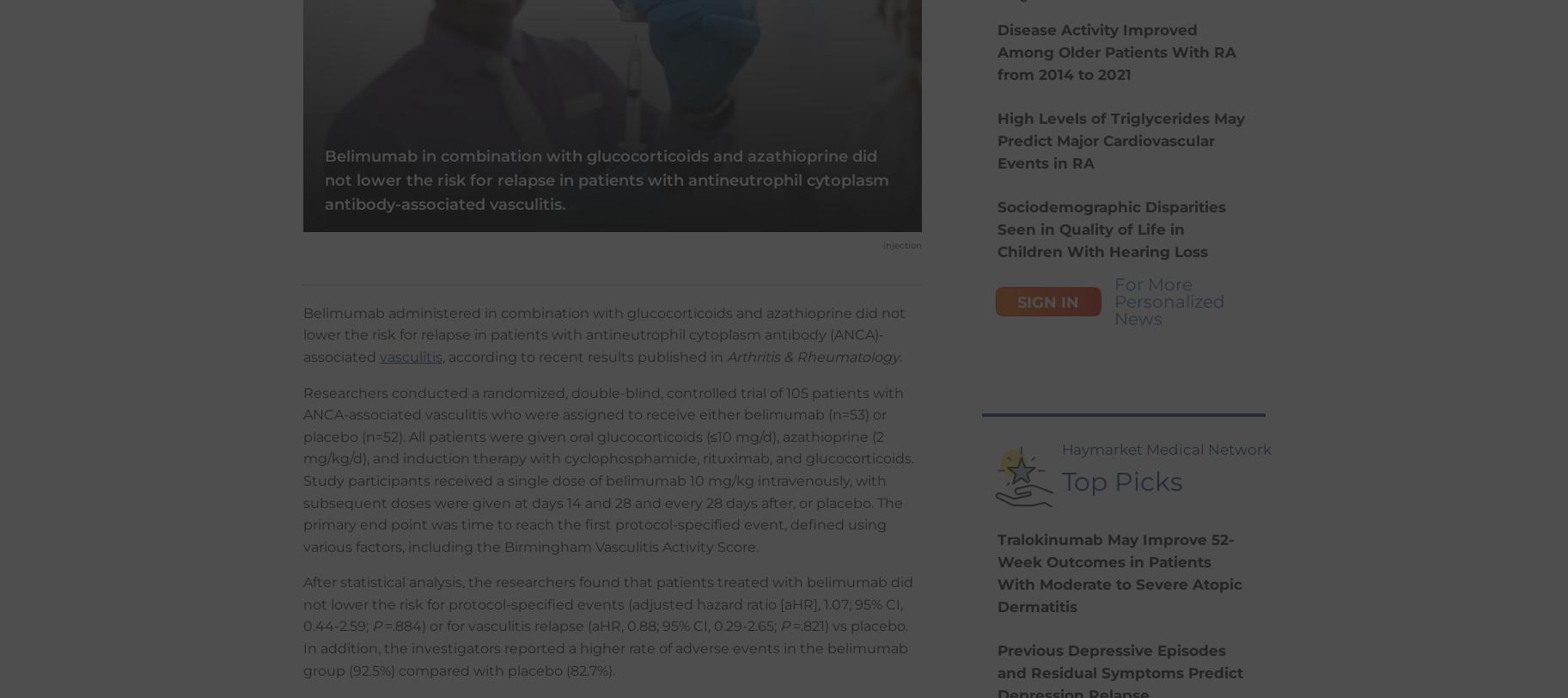 Image resolution: width=1568 pixels, height=698 pixels. What do you see at coordinates (377, 356) in the screenshot?
I see `'vasculitis'` at bounding box center [377, 356].